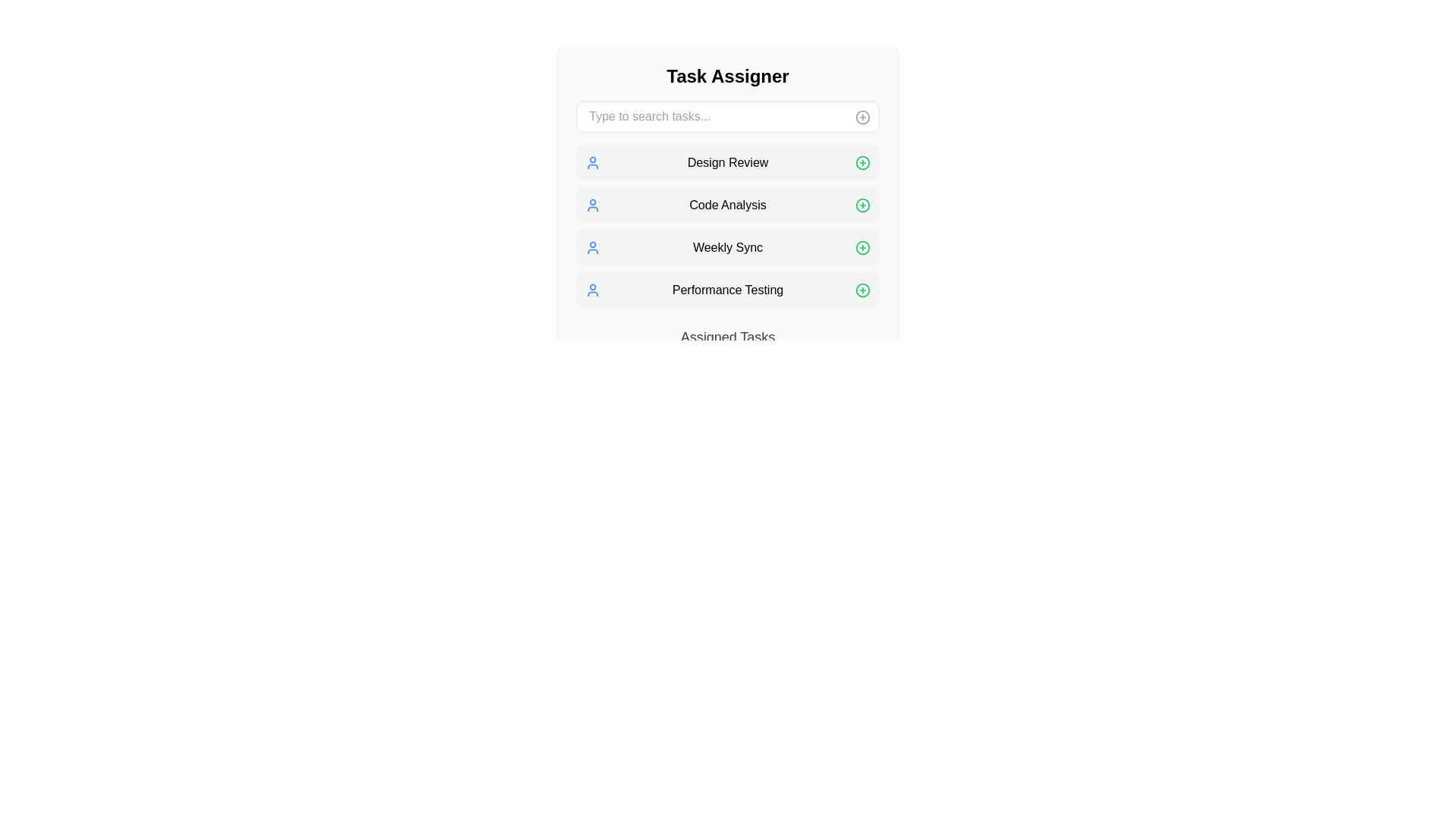 The image size is (1456, 819). Describe the element at coordinates (592, 290) in the screenshot. I see `the icon representing the 'Performance Testing' task` at that location.